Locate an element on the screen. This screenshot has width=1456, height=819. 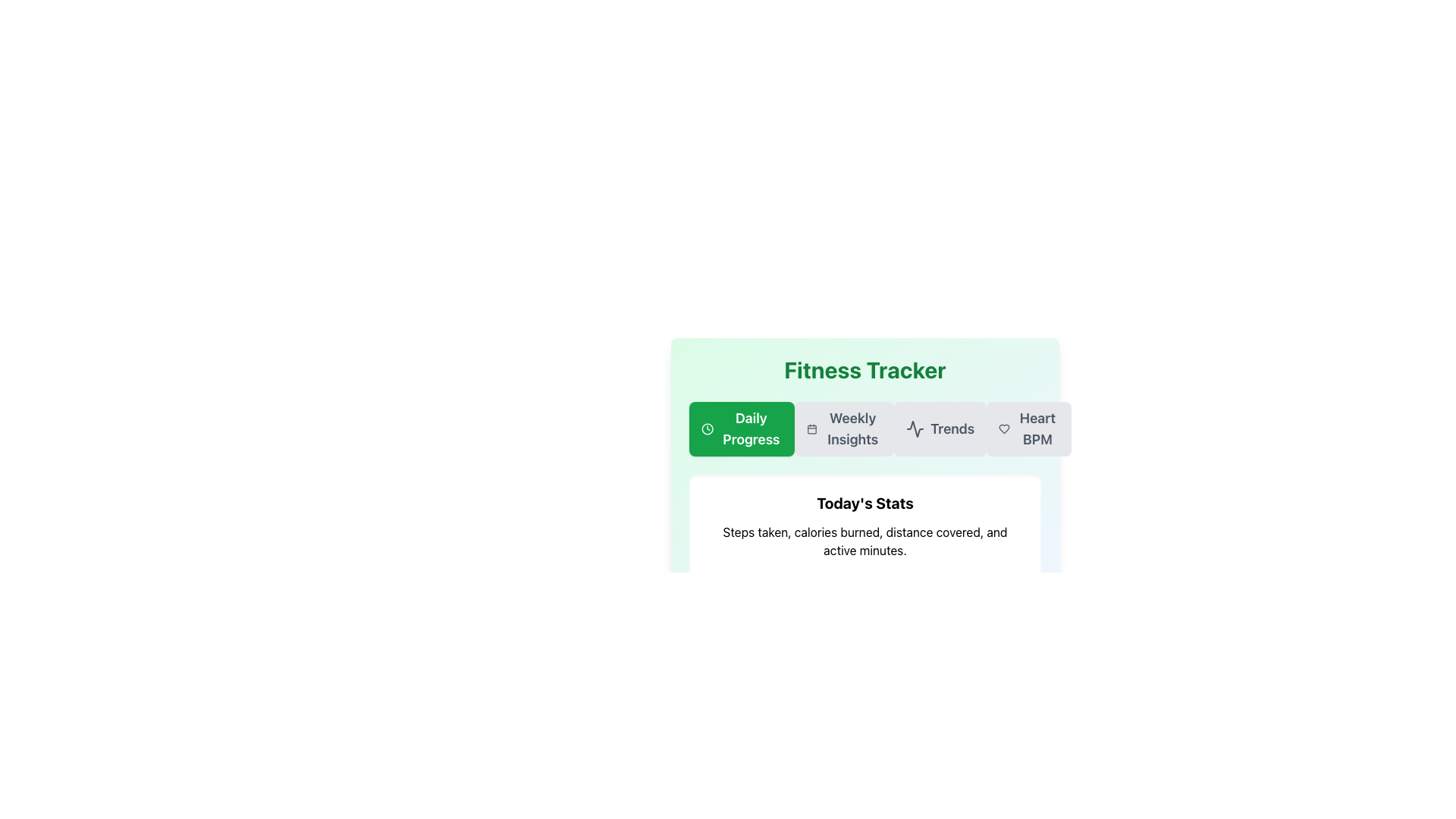
the third icon in the navigation menu, which has a wave or zigzag pattern is located at coordinates (915, 429).